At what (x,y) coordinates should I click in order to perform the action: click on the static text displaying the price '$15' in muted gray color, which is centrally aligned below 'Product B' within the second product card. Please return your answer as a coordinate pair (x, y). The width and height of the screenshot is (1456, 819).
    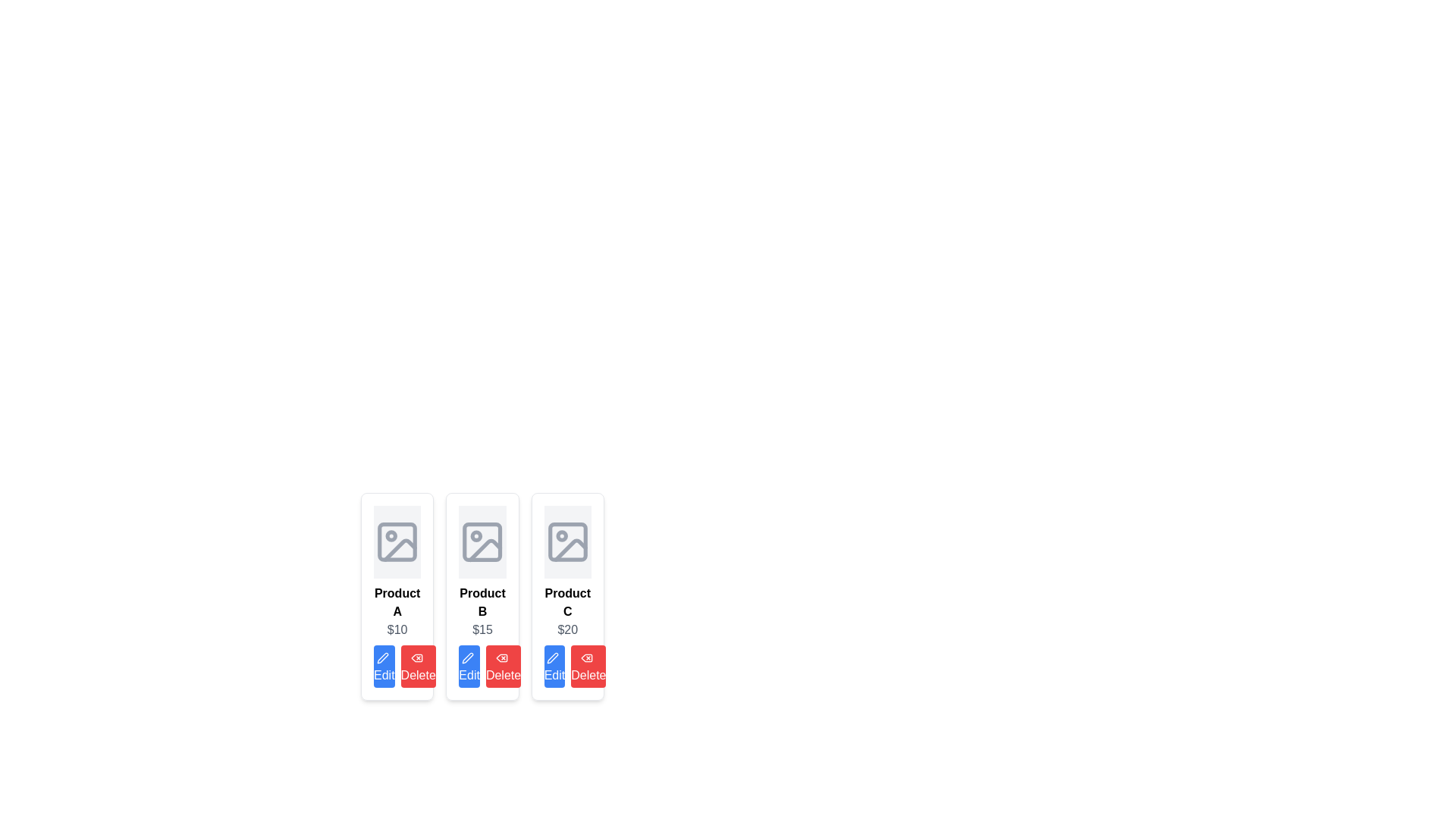
    Looking at the image, I should click on (482, 629).